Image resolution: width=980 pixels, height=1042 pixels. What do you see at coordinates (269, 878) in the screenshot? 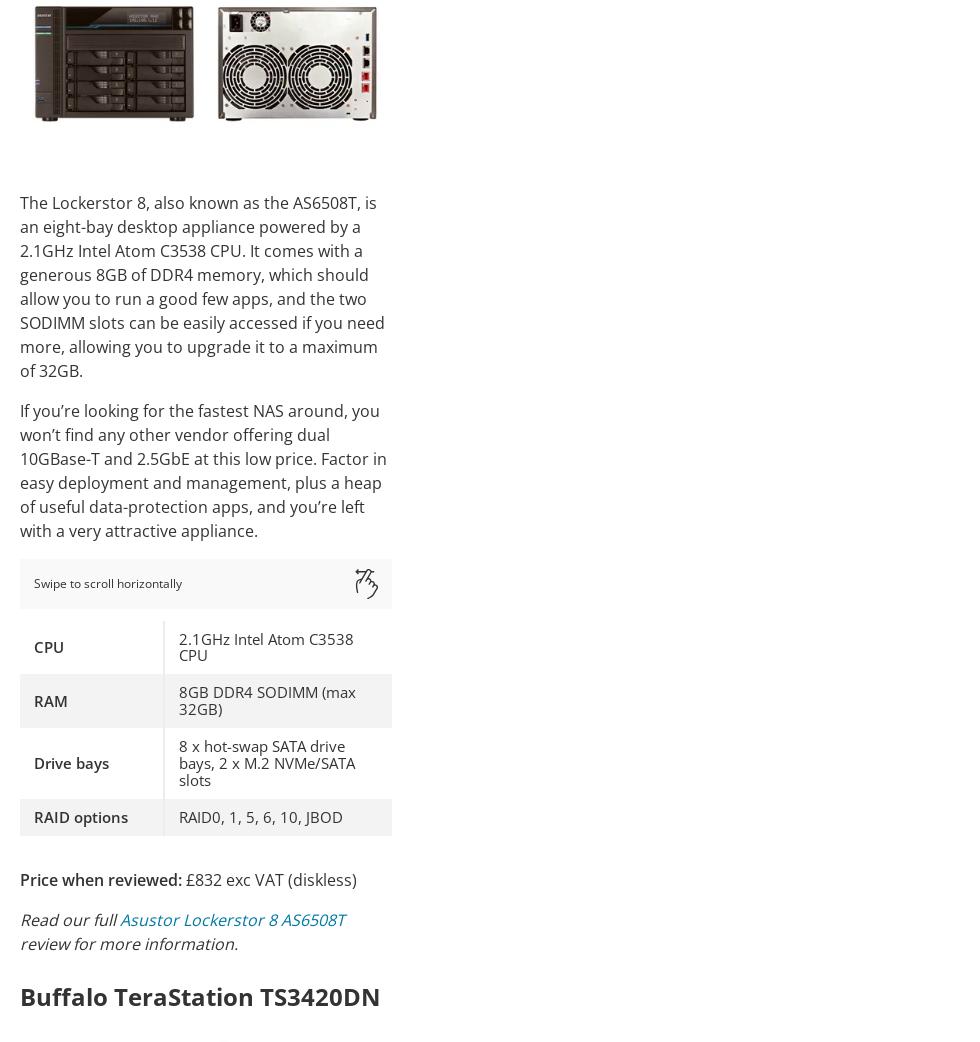
I see `'£832 exc VAT (diskless)'` at bounding box center [269, 878].